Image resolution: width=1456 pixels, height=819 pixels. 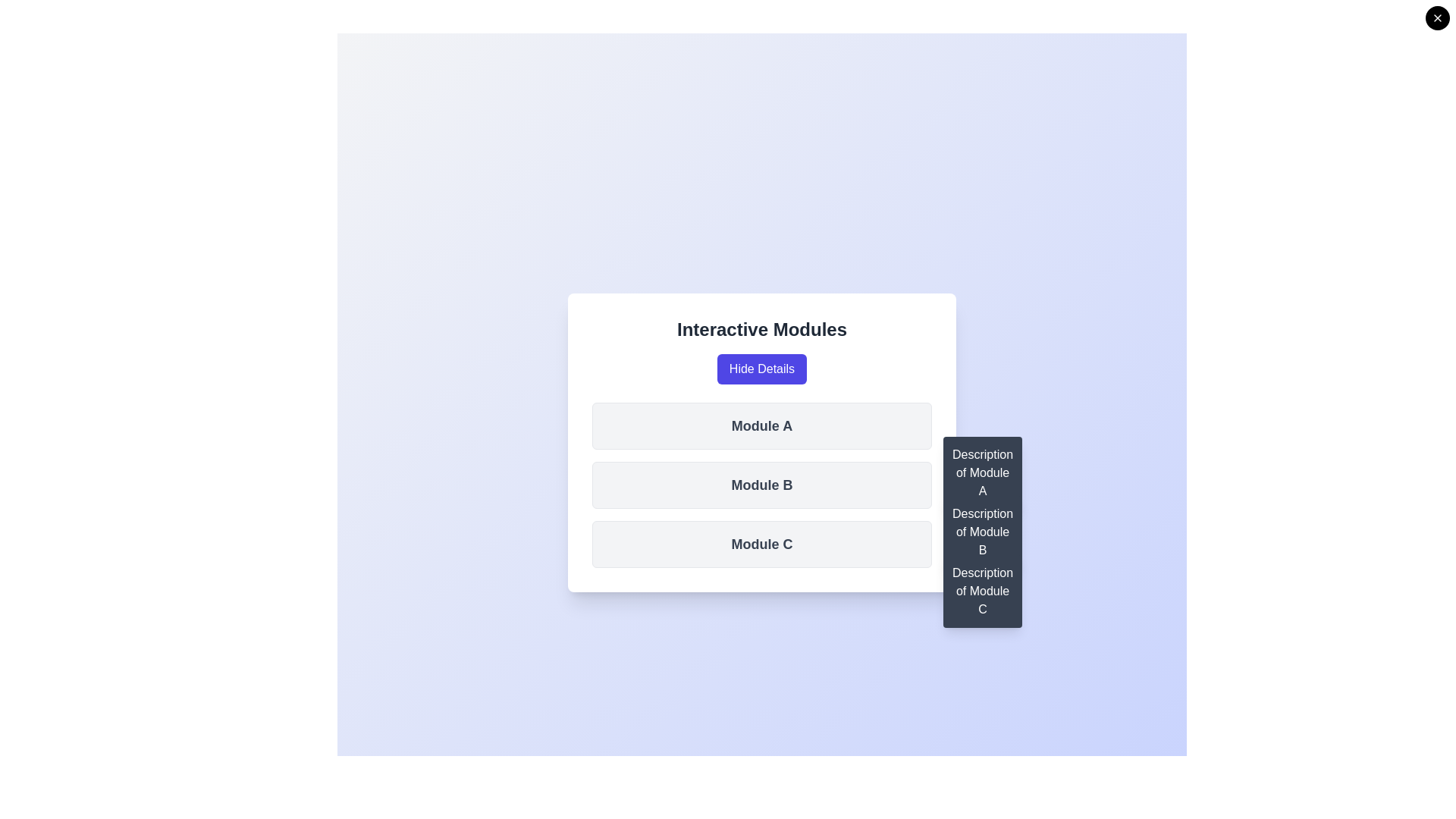 I want to click on the interactive module option labeled 'Module C', so click(x=761, y=543).